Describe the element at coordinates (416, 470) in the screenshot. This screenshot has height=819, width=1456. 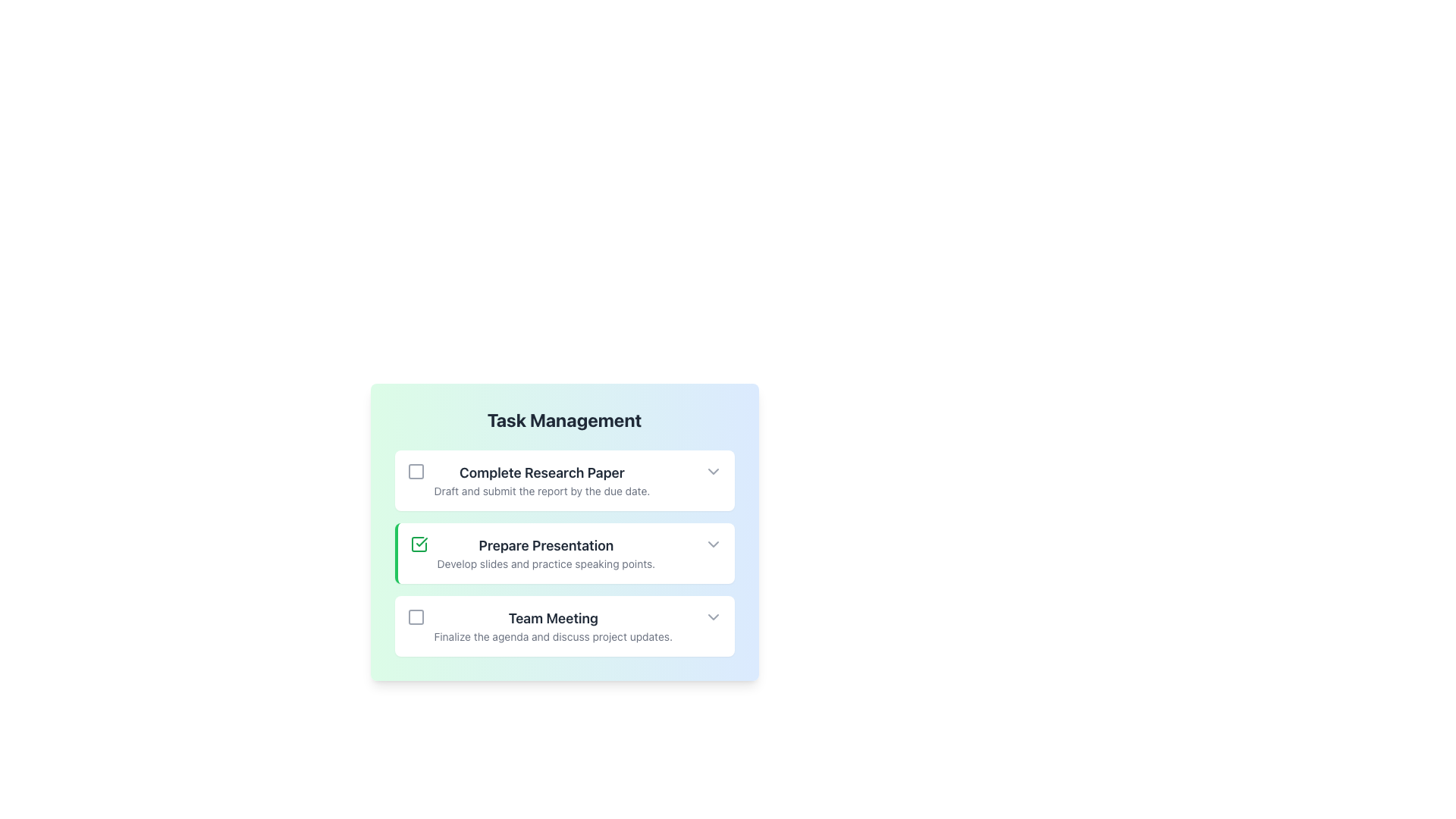
I see `the unchecked checkbox icon located to the left of the 'Complete Research Paper' task in the 'Task Management' section` at that location.